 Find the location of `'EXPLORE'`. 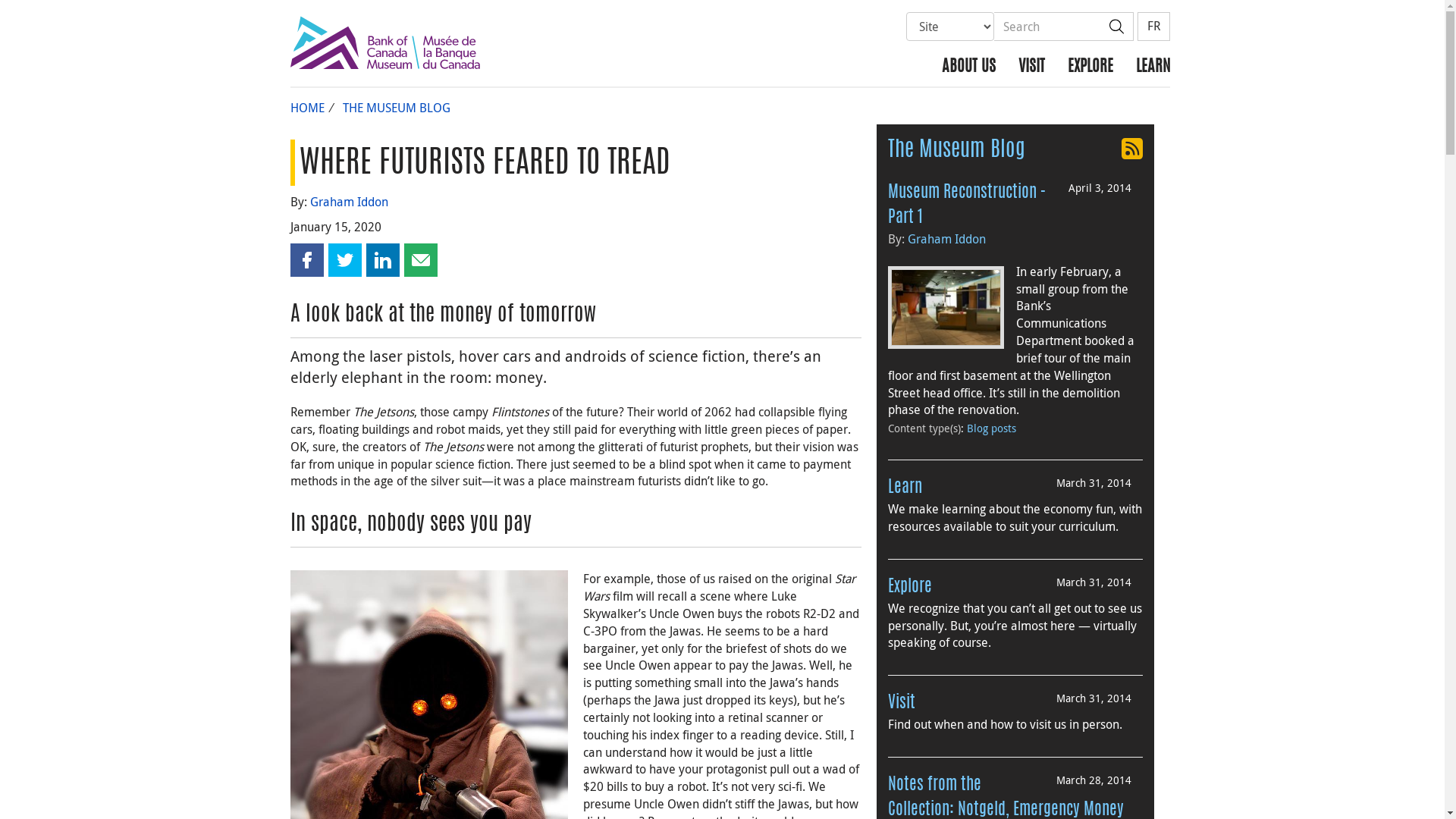

'EXPLORE' is located at coordinates (1088, 64).